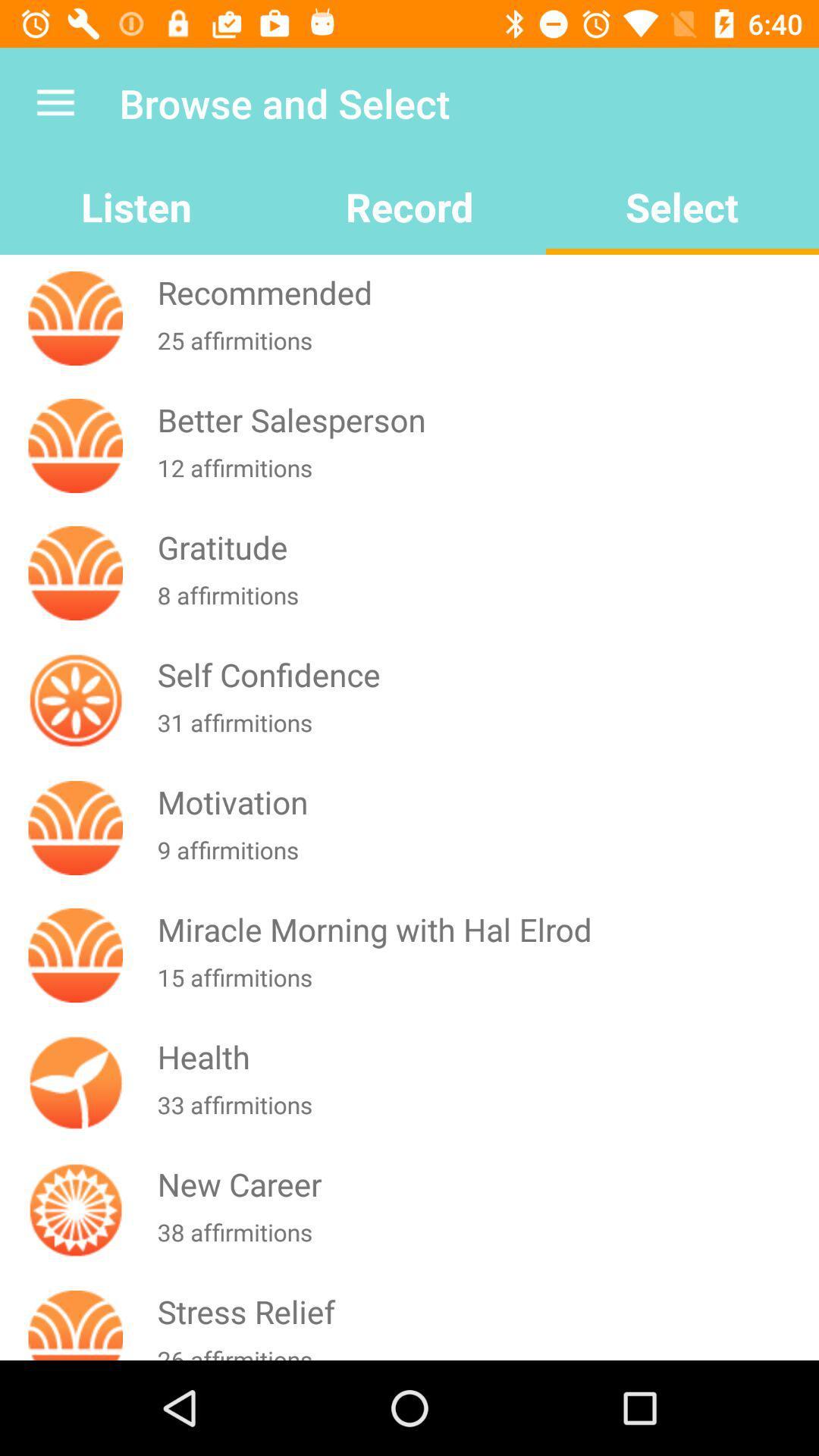 This screenshot has height=1456, width=819. I want to click on 9 affirmitions, so click(485, 859).